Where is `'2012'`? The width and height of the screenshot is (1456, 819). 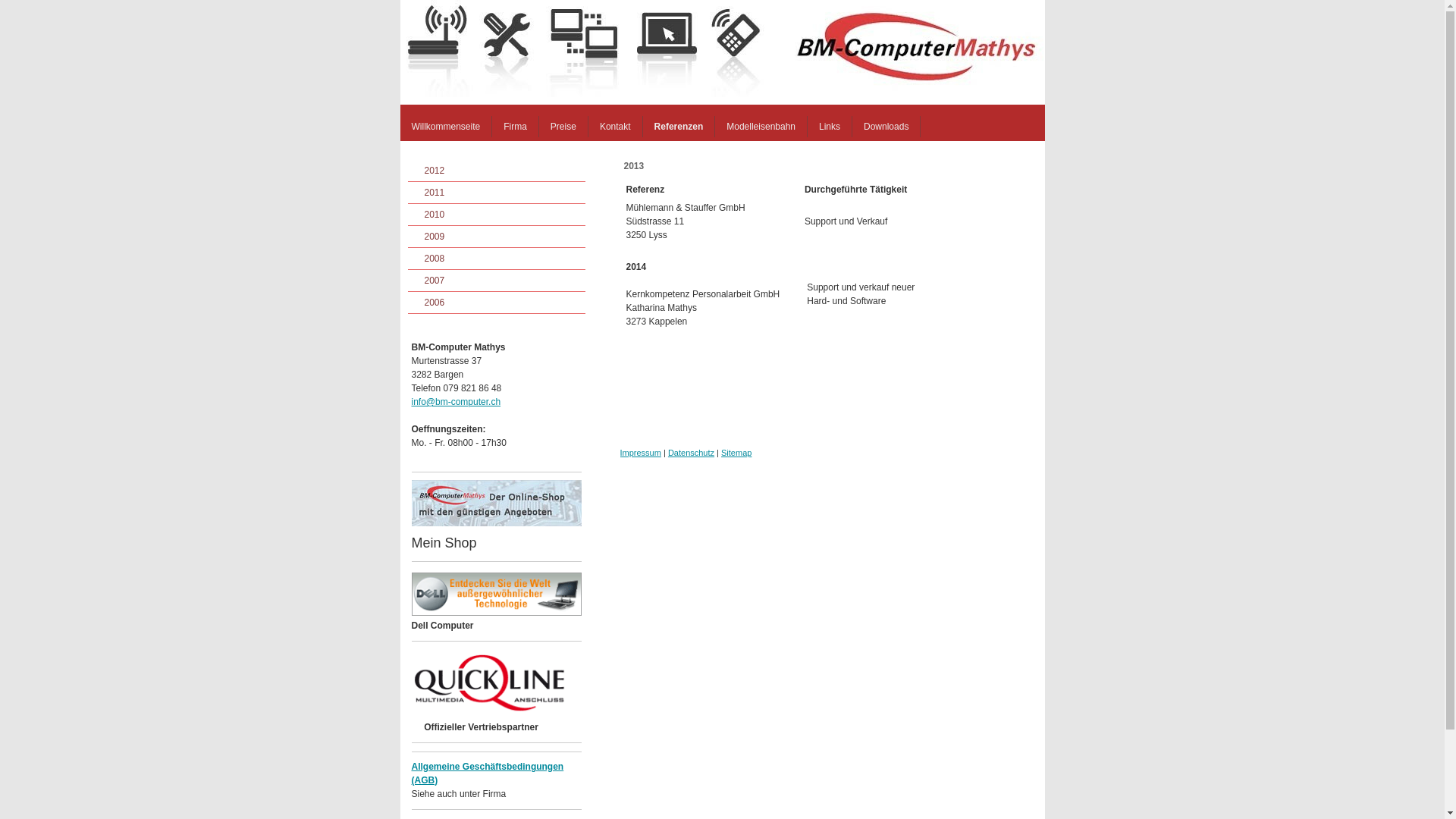
'2012' is located at coordinates (496, 171).